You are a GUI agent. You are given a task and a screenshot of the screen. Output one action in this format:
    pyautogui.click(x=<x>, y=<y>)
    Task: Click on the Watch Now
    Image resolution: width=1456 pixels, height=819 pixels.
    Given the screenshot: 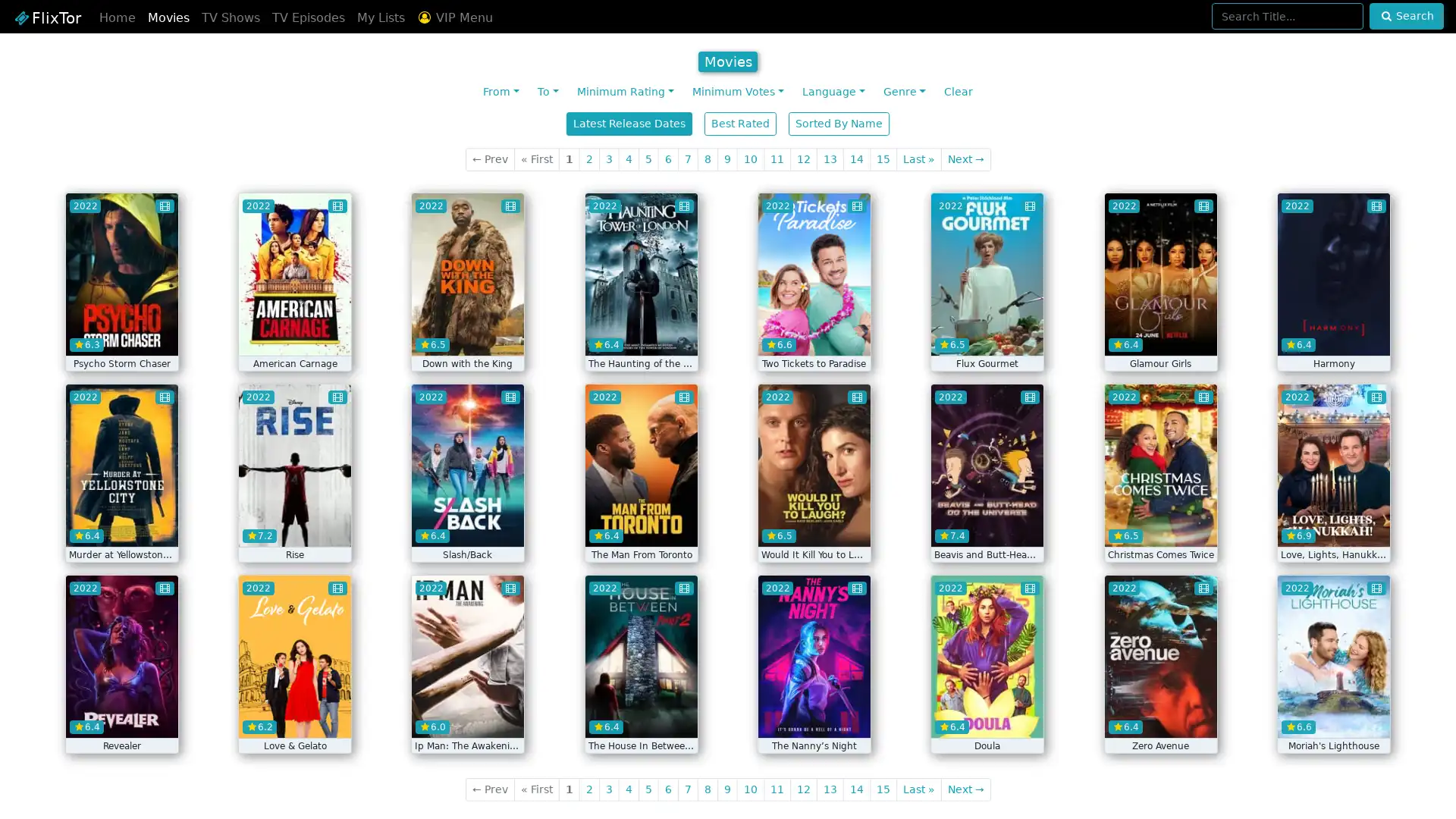 What is the action you would take?
    pyautogui.click(x=1332, y=523)
    